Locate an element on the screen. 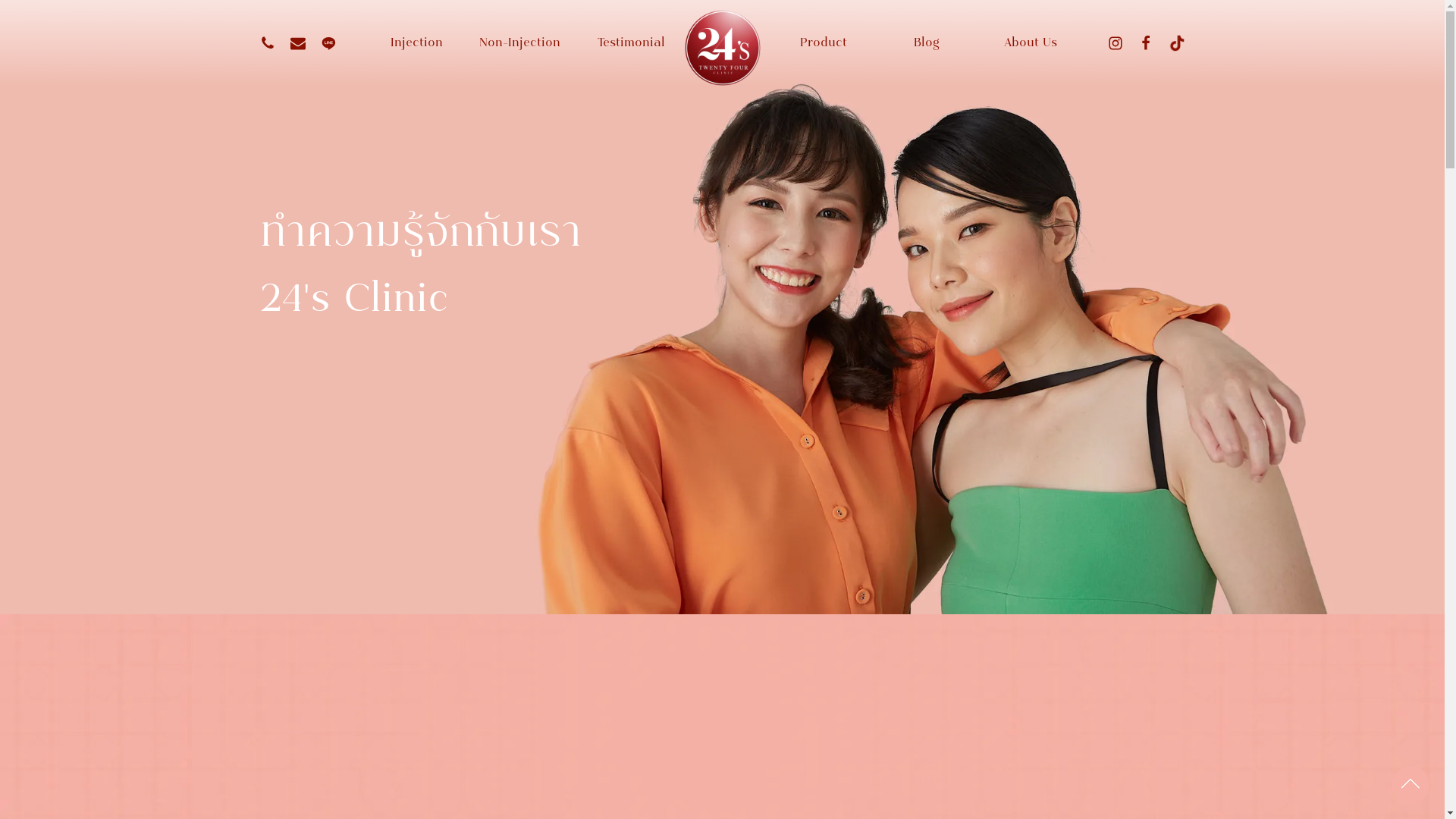  'Non-Injection' is located at coordinates (519, 42).